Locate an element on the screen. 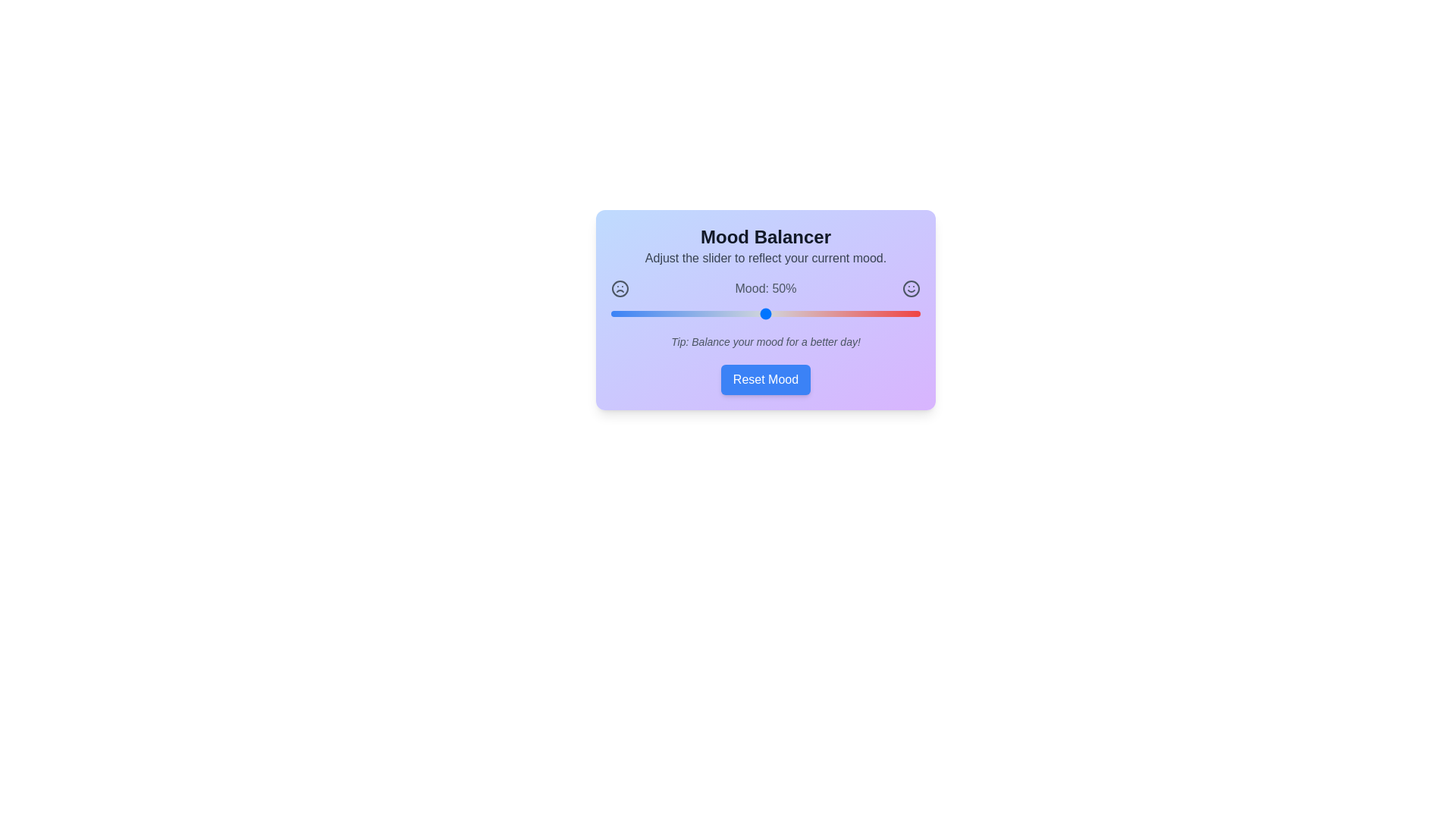 Image resolution: width=1456 pixels, height=819 pixels. the mood slider to 50% is located at coordinates (765, 312).